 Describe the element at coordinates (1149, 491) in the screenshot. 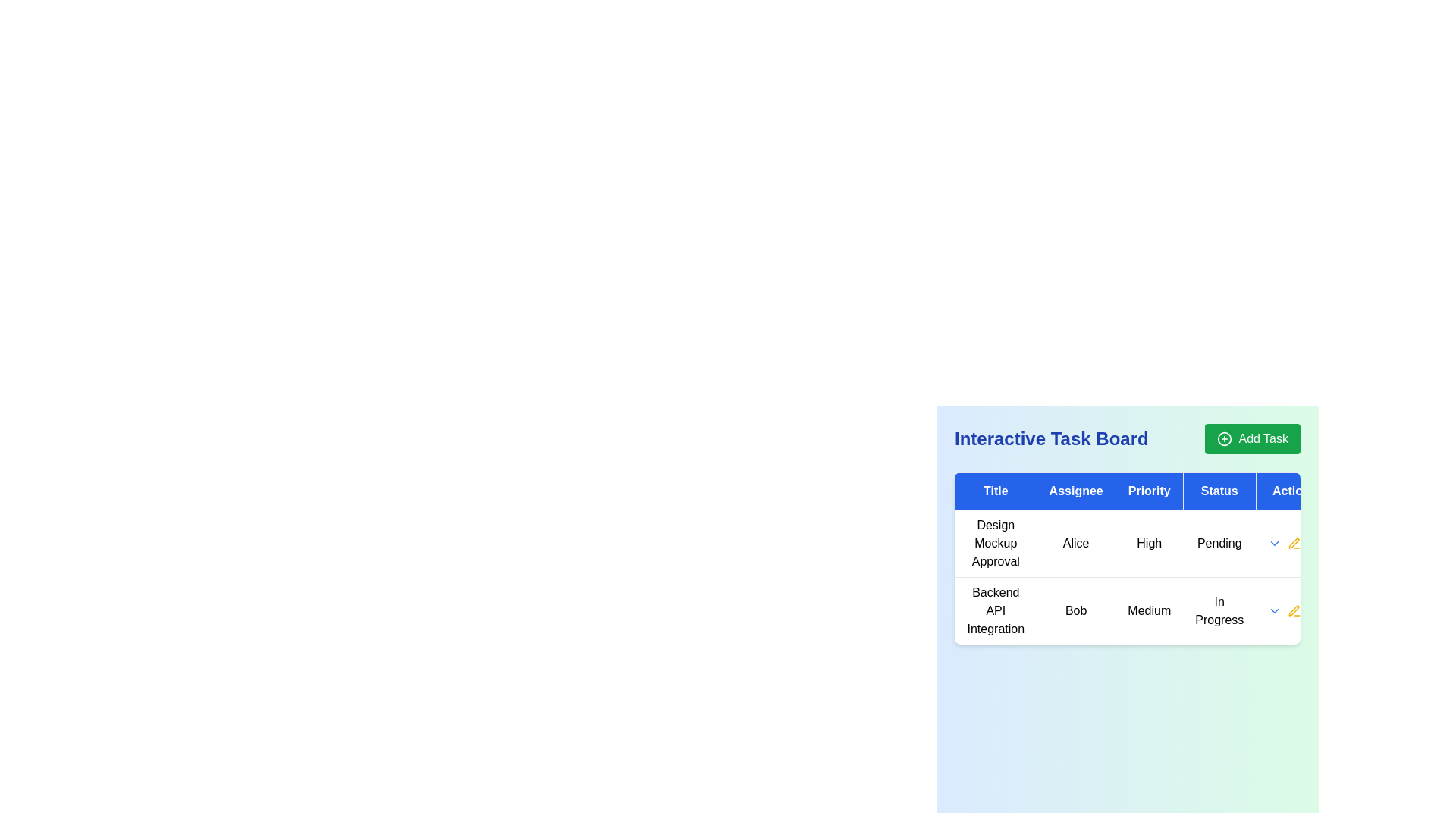

I see `the Table Header labeled 'Priority', which is the third column in a five-column table, positioned between 'Assignee' and 'Status'` at that location.